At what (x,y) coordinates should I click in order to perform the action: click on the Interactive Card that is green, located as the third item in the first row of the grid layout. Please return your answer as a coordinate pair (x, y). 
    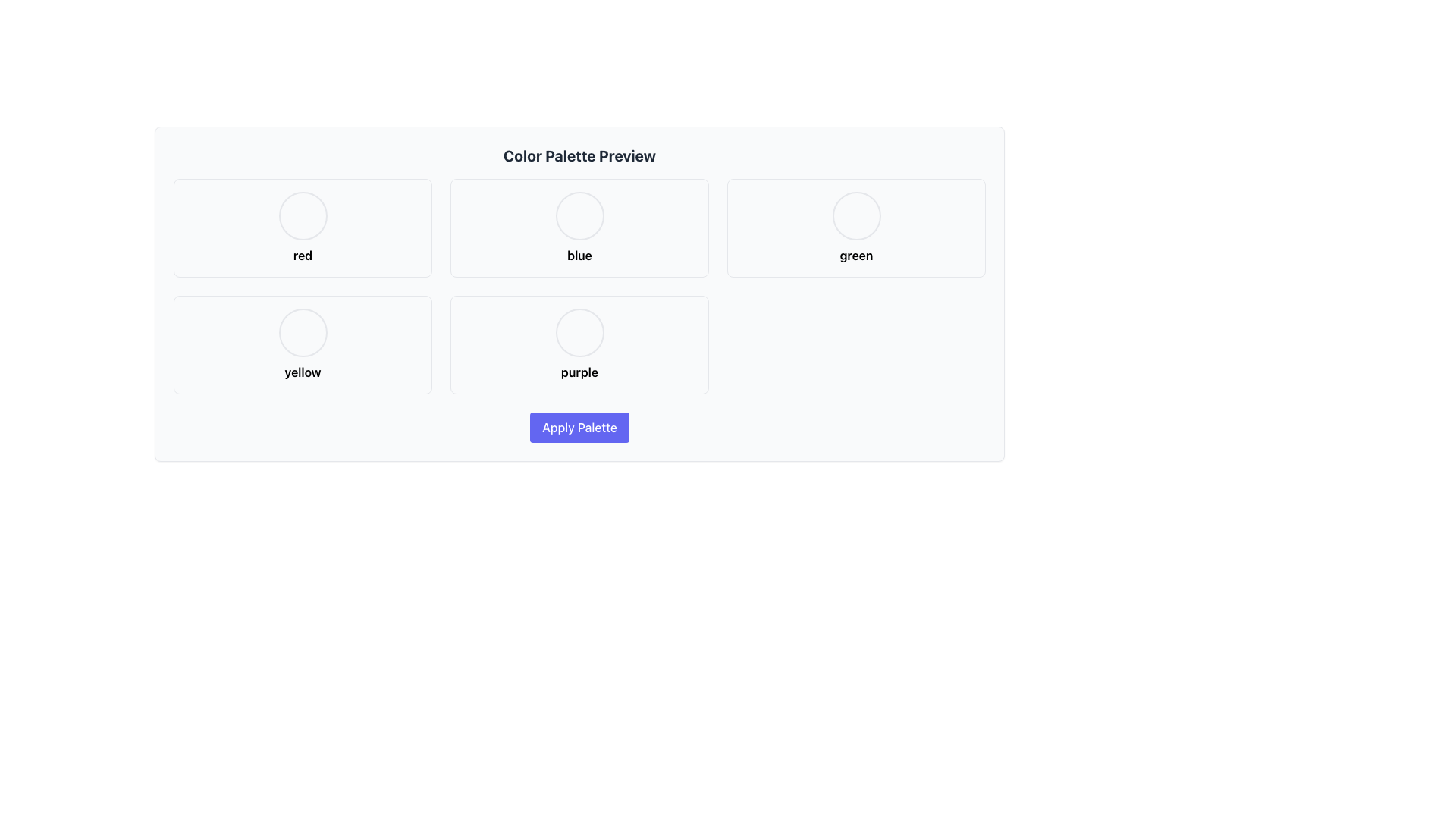
    Looking at the image, I should click on (856, 227).